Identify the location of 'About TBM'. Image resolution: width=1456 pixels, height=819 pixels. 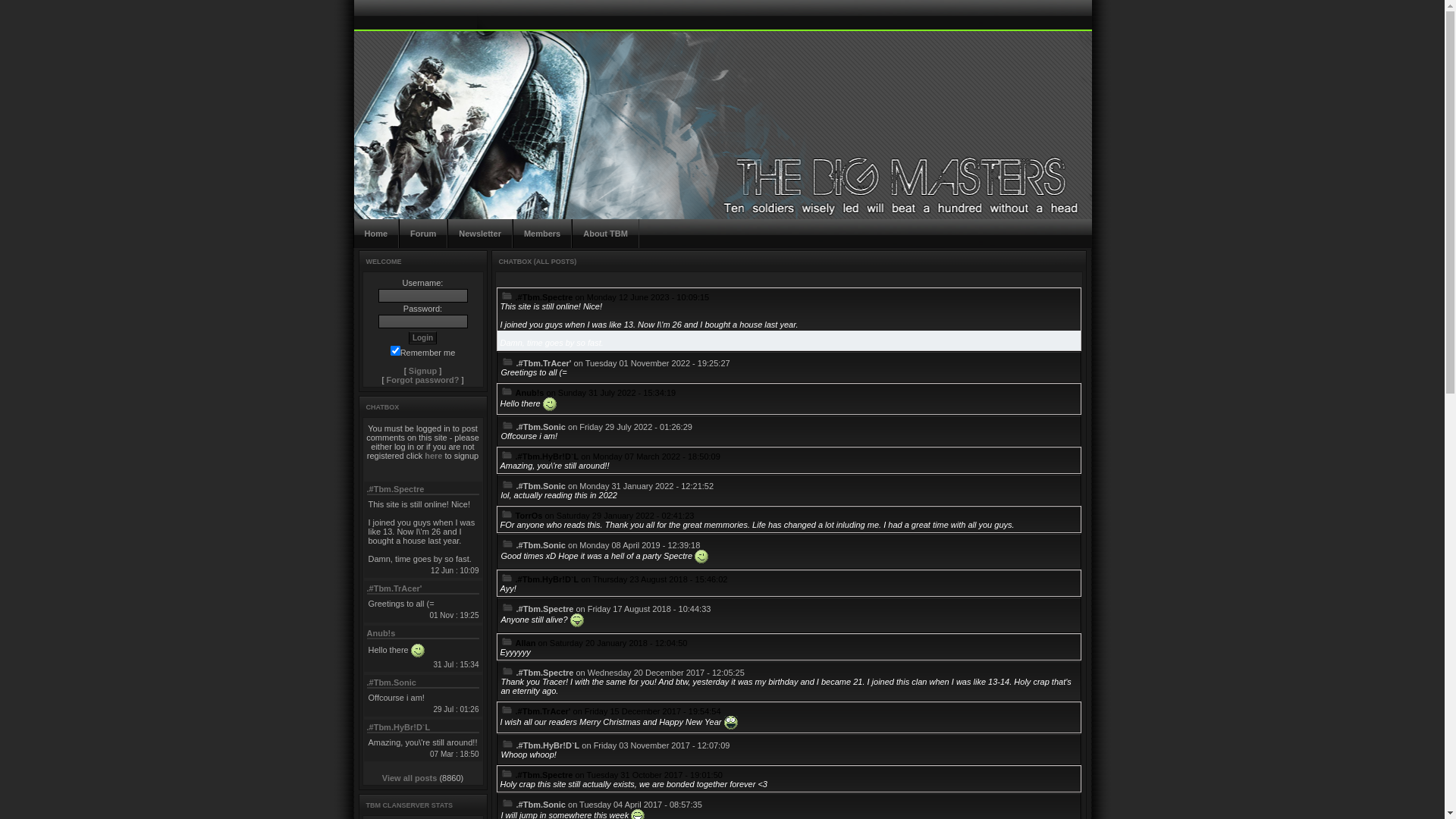
(604, 234).